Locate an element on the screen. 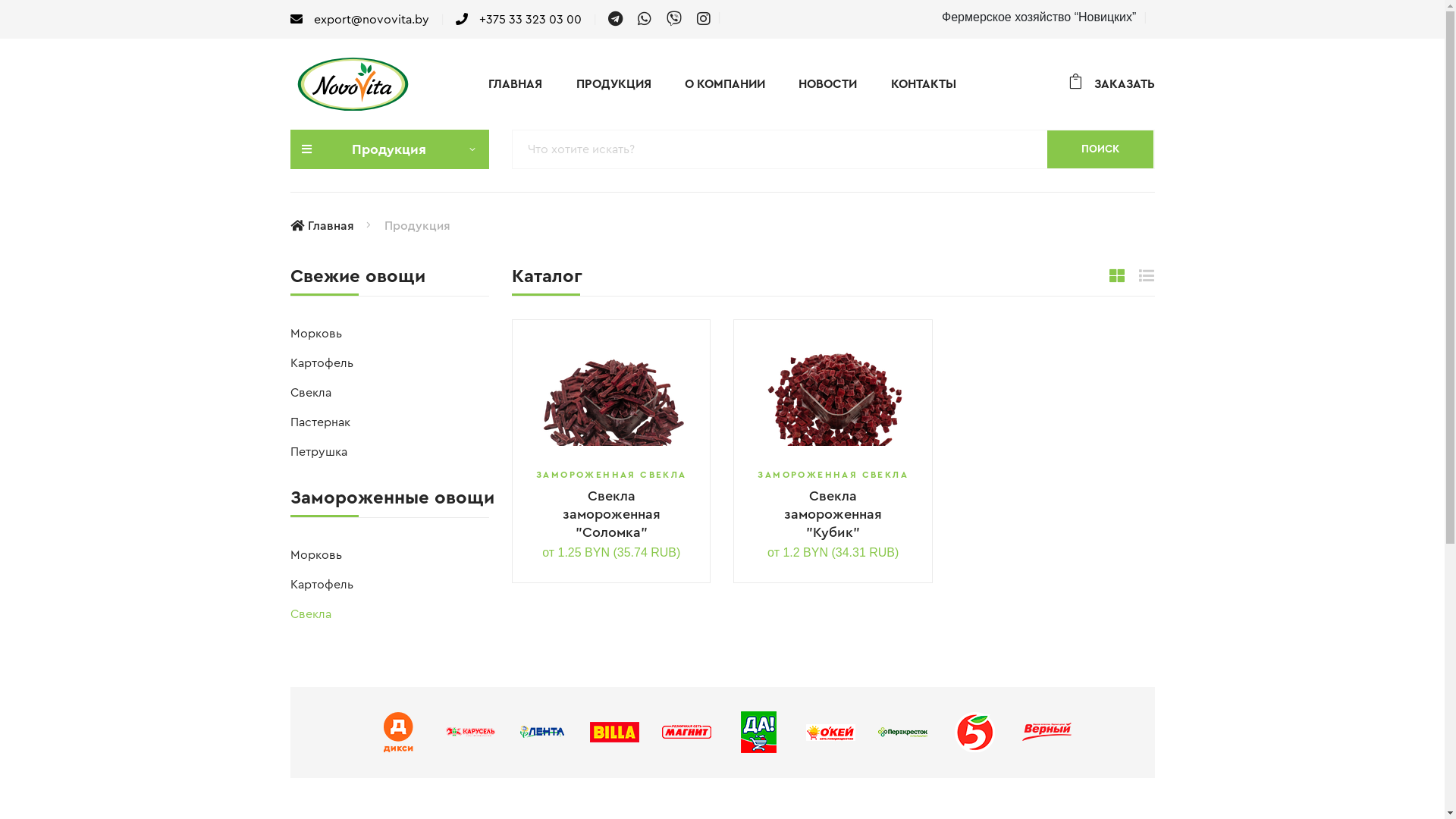 The height and width of the screenshot is (819, 1456). 'export@novovita.by' is located at coordinates (358, 19).